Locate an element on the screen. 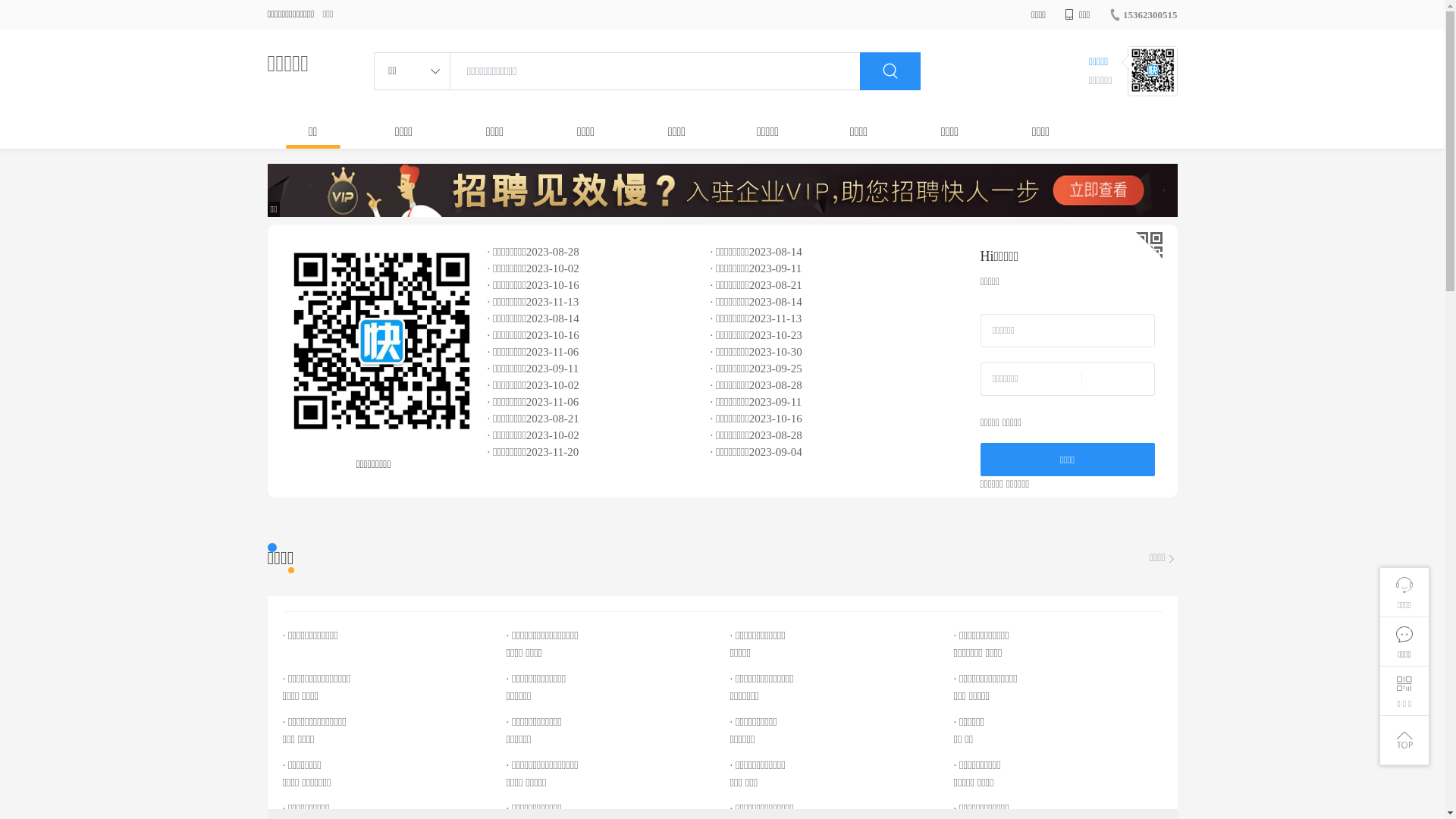 The width and height of the screenshot is (1456, 819). '15362300515' is located at coordinates (1143, 14).